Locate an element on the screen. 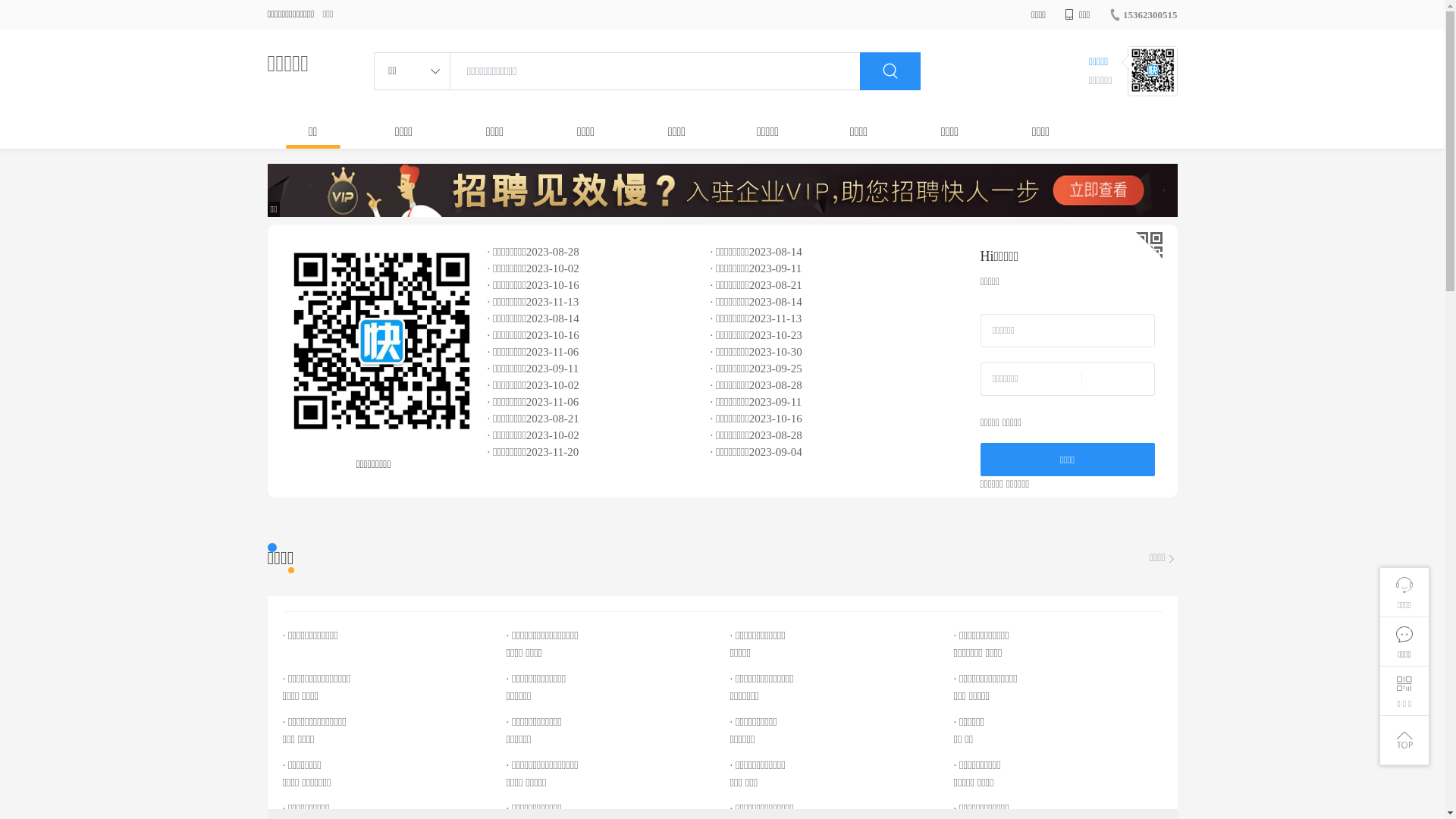 The width and height of the screenshot is (1456, 819). '15362300515' is located at coordinates (1143, 14).